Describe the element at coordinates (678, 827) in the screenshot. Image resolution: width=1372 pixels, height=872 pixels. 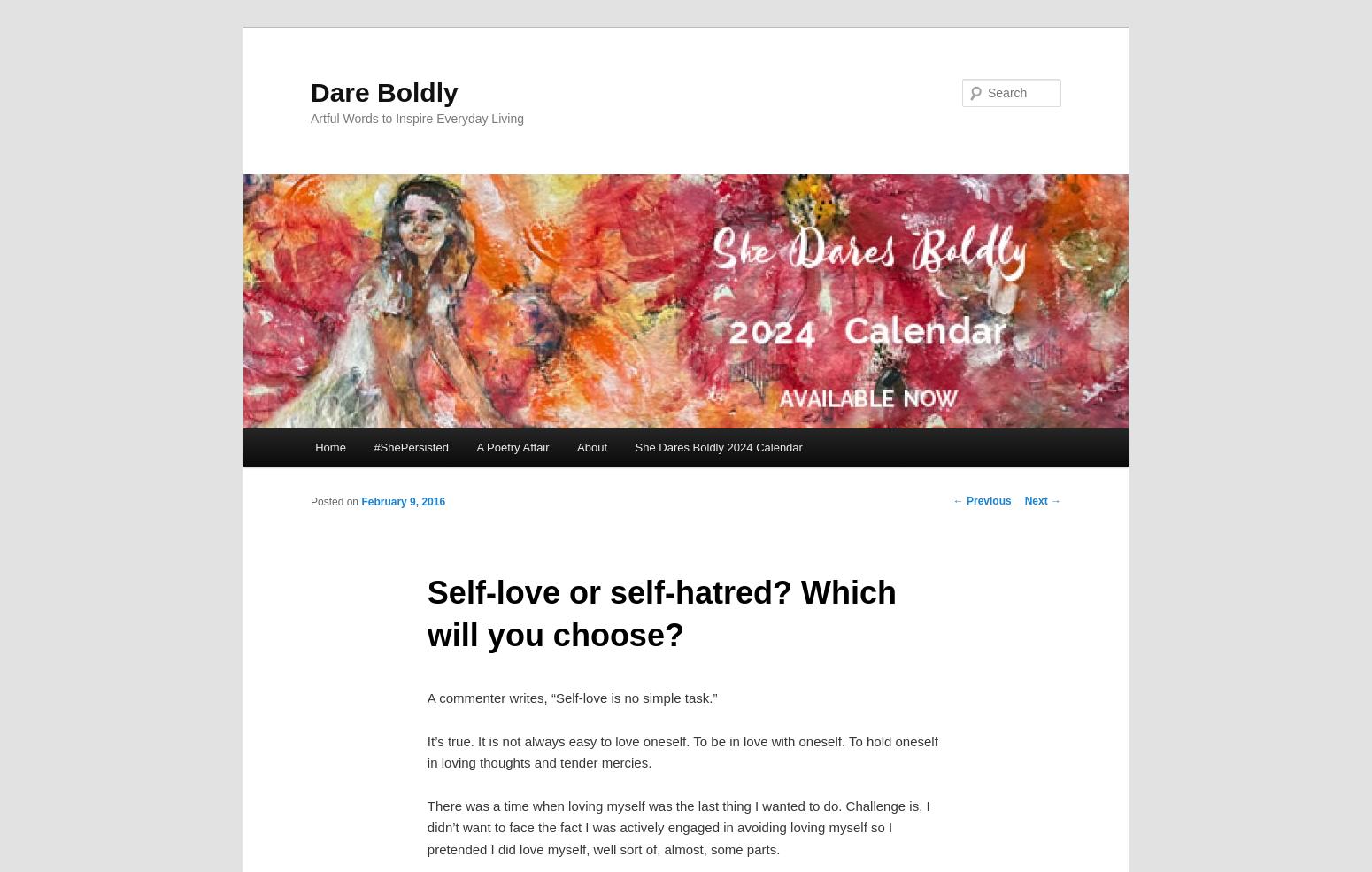
I see `'There was a time when loving myself was the last thing I wanted to do. Challenge is, I didn’t want to face the fact I was actively engaged in avoiding loving myself so I pretended I did love myself, well sort of, almost, some parts.'` at that location.